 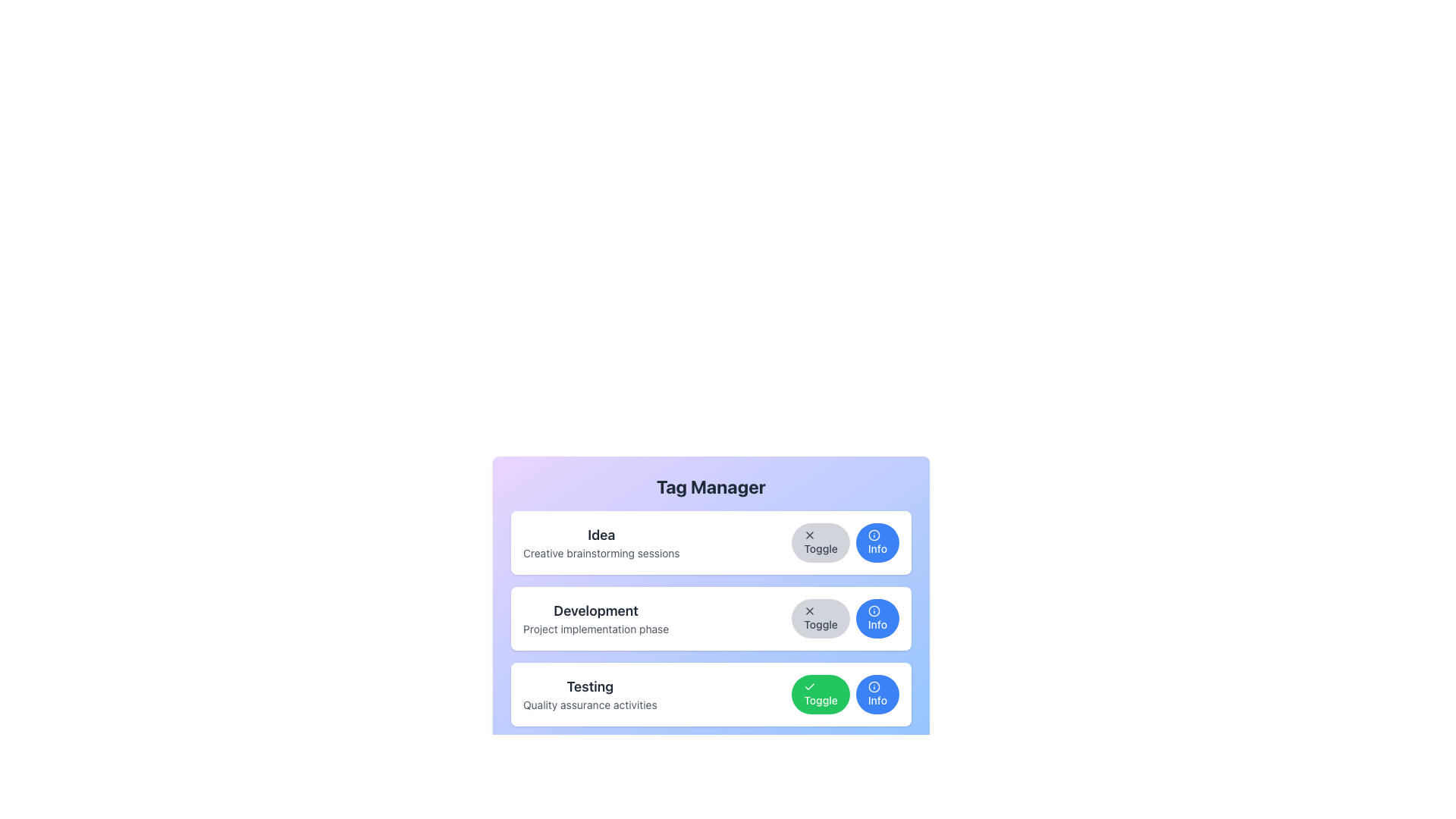 What do you see at coordinates (589, 694) in the screenshot?
I see `text from the text-based UI element that serves as a heading ('Testing') with a supporting description ('Quality assurance activities') located in the lower portion of the main content area` at bounding box center [589, 694].